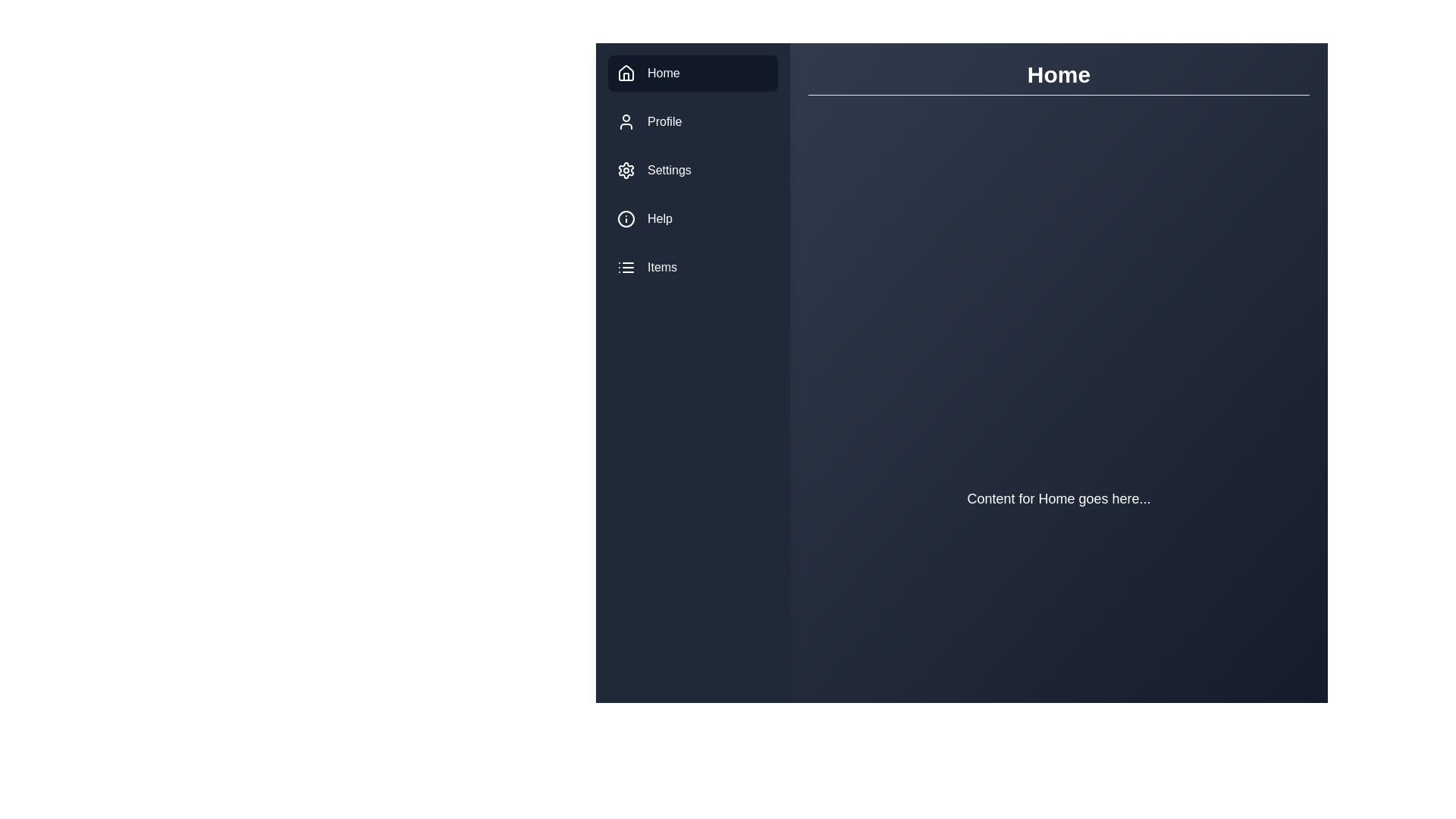 Image resolution: width=1456 pixels, height=819 pixels. I want to click on the menu item labeled Profile, so click(692, 121).